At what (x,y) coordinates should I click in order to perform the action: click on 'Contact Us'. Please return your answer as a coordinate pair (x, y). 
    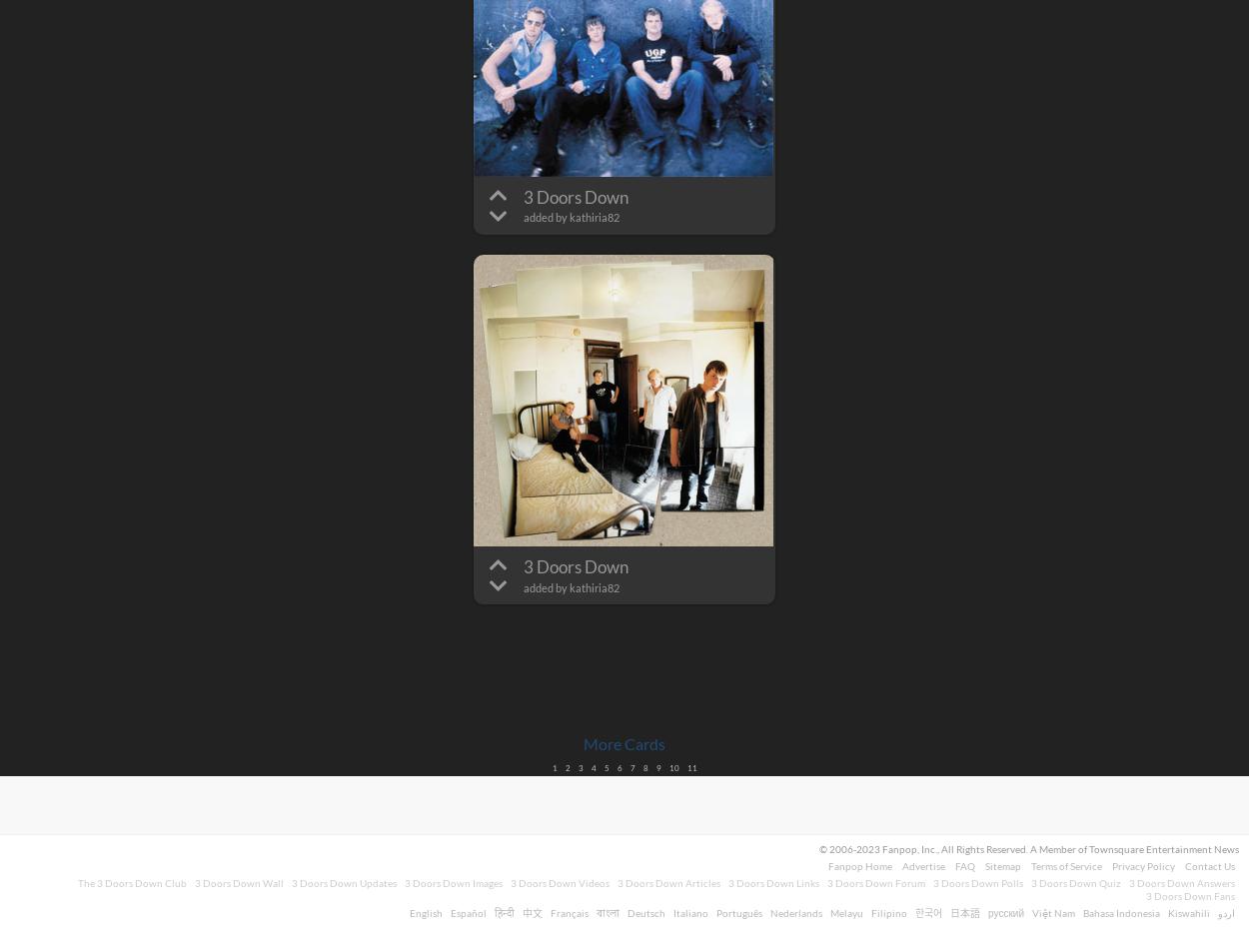
    Looking at the image, I should click on (1209, 866).